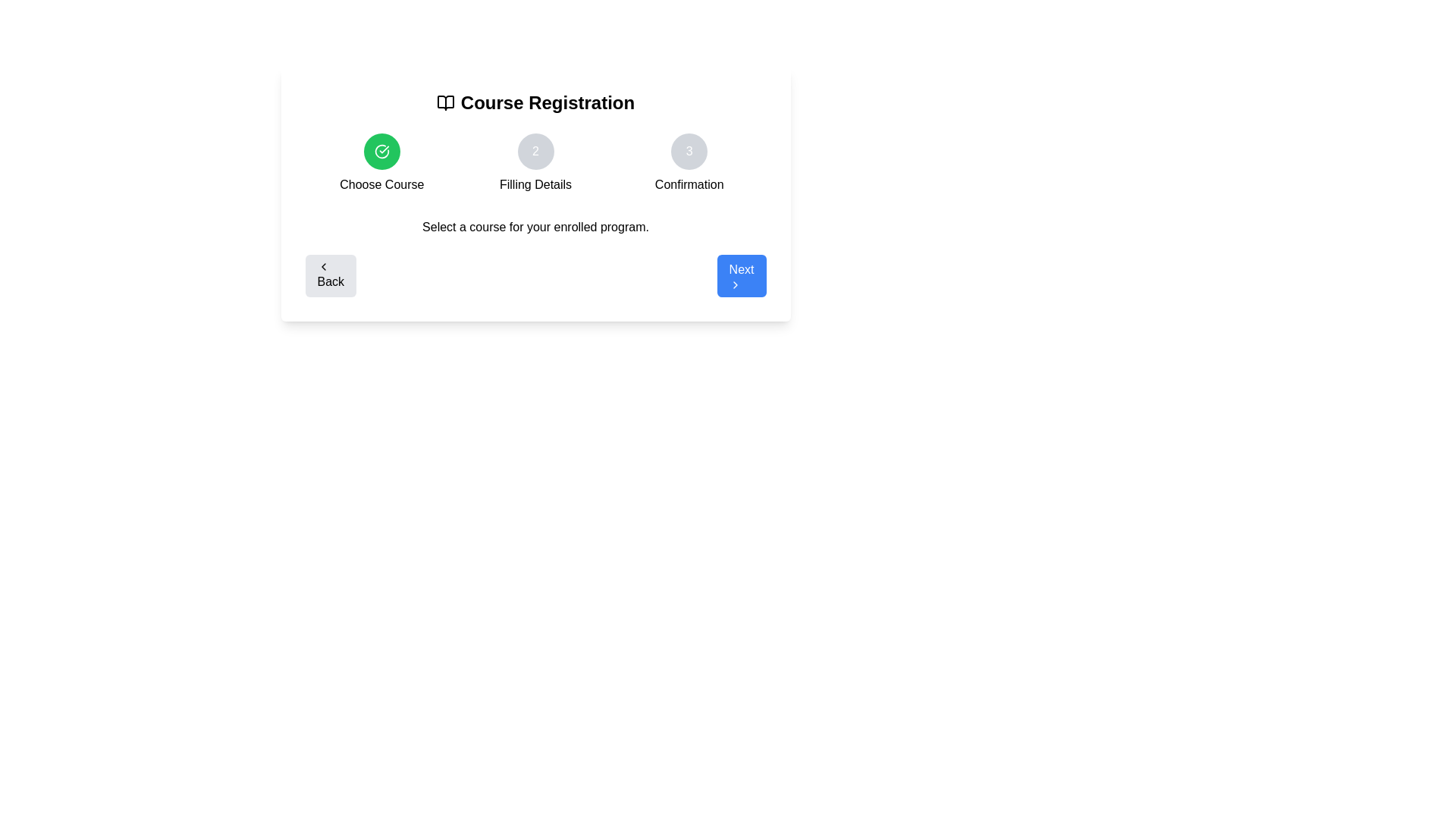 The width and height of the screenshot is (1456, 819). What do you see at coordinates (535, 152) in the screenshot?
I see `the 'Filling Details' button, which is the second step indicator in the step-by-step navigation process` at bounding box center [535, 152].